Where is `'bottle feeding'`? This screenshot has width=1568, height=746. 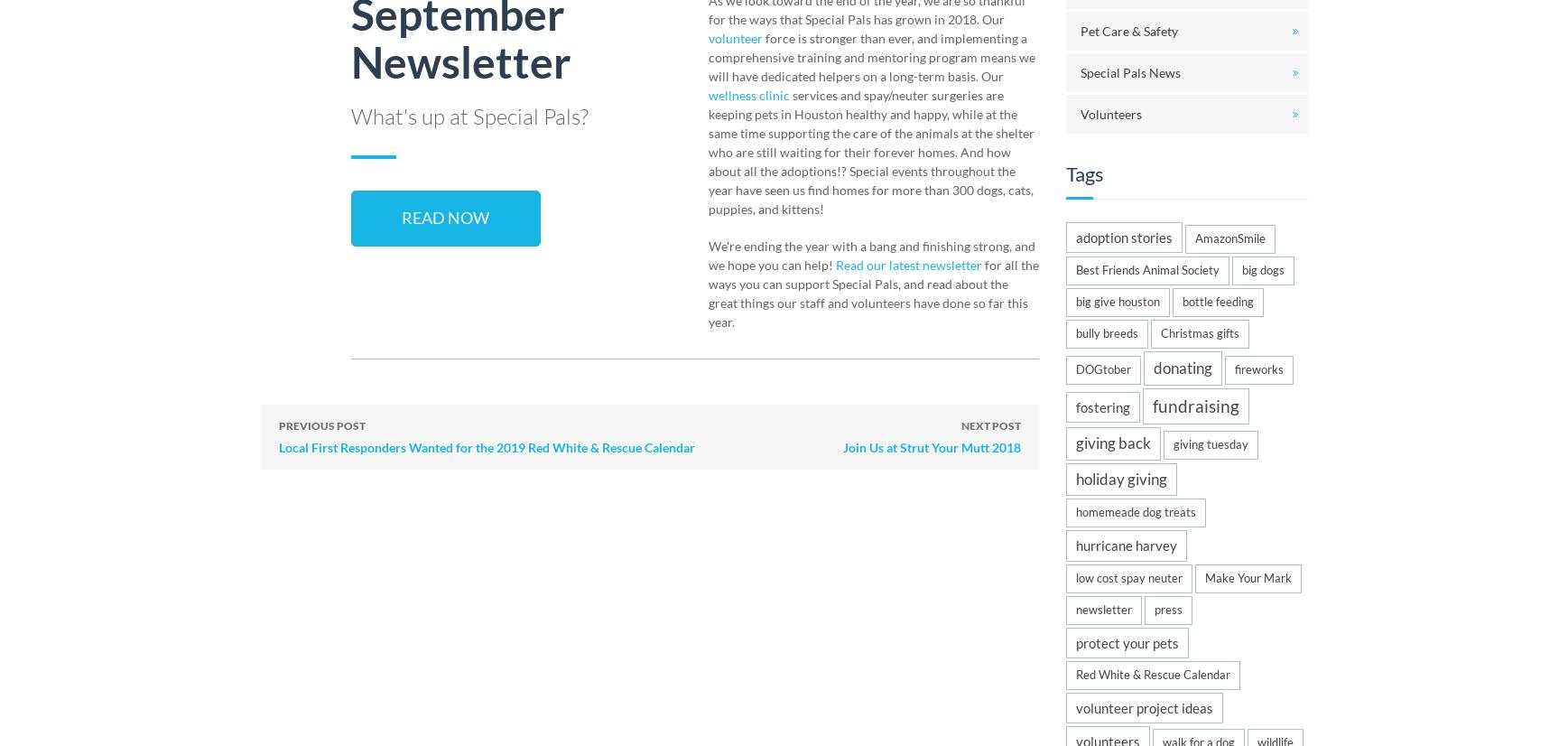
'bottle feeding' is located at coordinates (1218, 299).